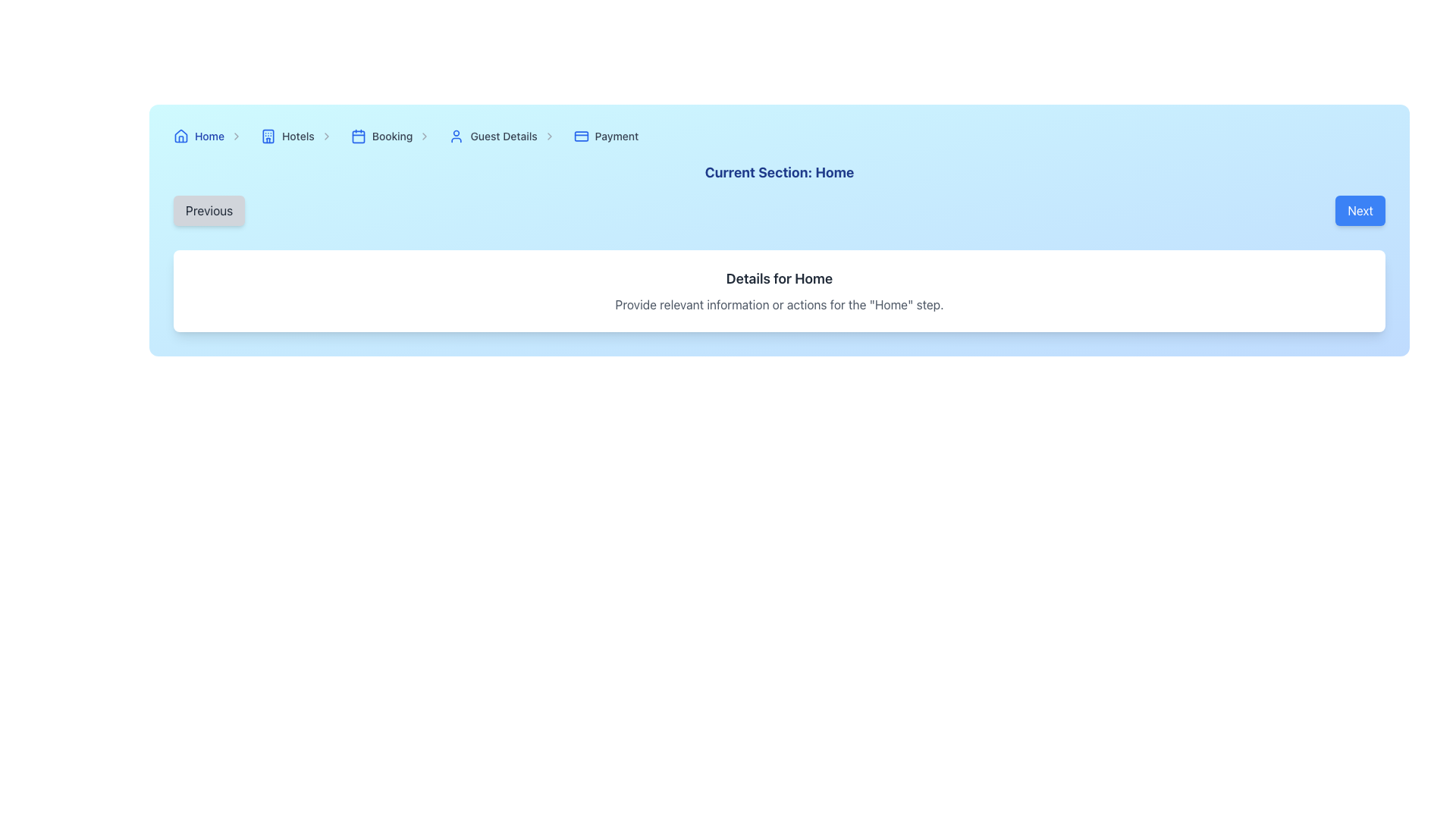 The image size is (1456, 819). Describe the element at coordinates (357, 136) in the screenshot. I see `the visual representation of the 'Booking' breadcrumb icon, which is located within the breadcrumb navigation bar between 'Hotels' and 'Guest Details'` at that location.